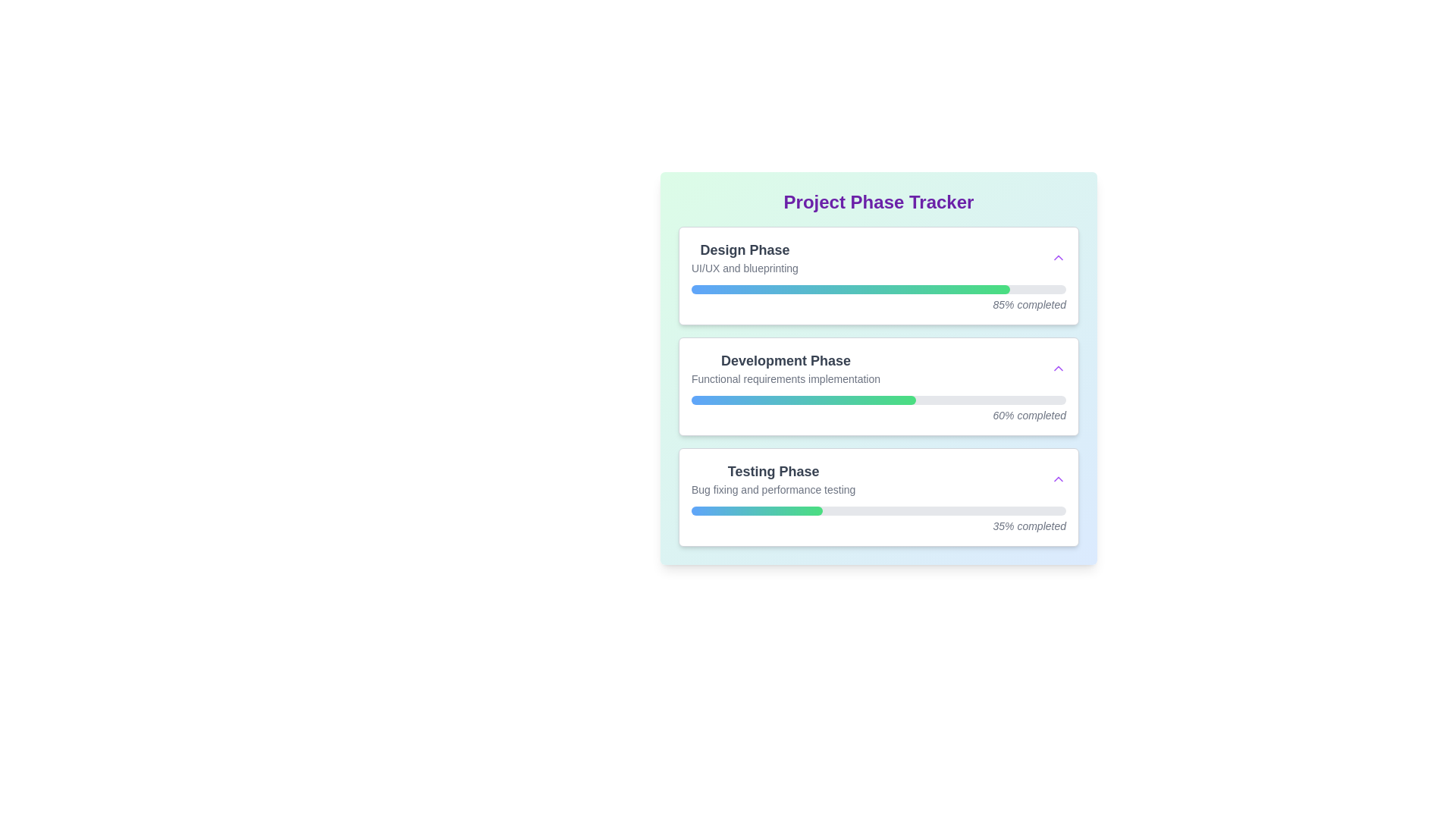 The width and height of the screenshot is (1456, 819). Describe the element at coordinates (773, 470) in the screenshot. I see `the main heading Text Label element displaying 'Testing Phase', which is styled in bold and larger font size, located in the section with subtitle 'Bug fixing and performance testing'` at that location.